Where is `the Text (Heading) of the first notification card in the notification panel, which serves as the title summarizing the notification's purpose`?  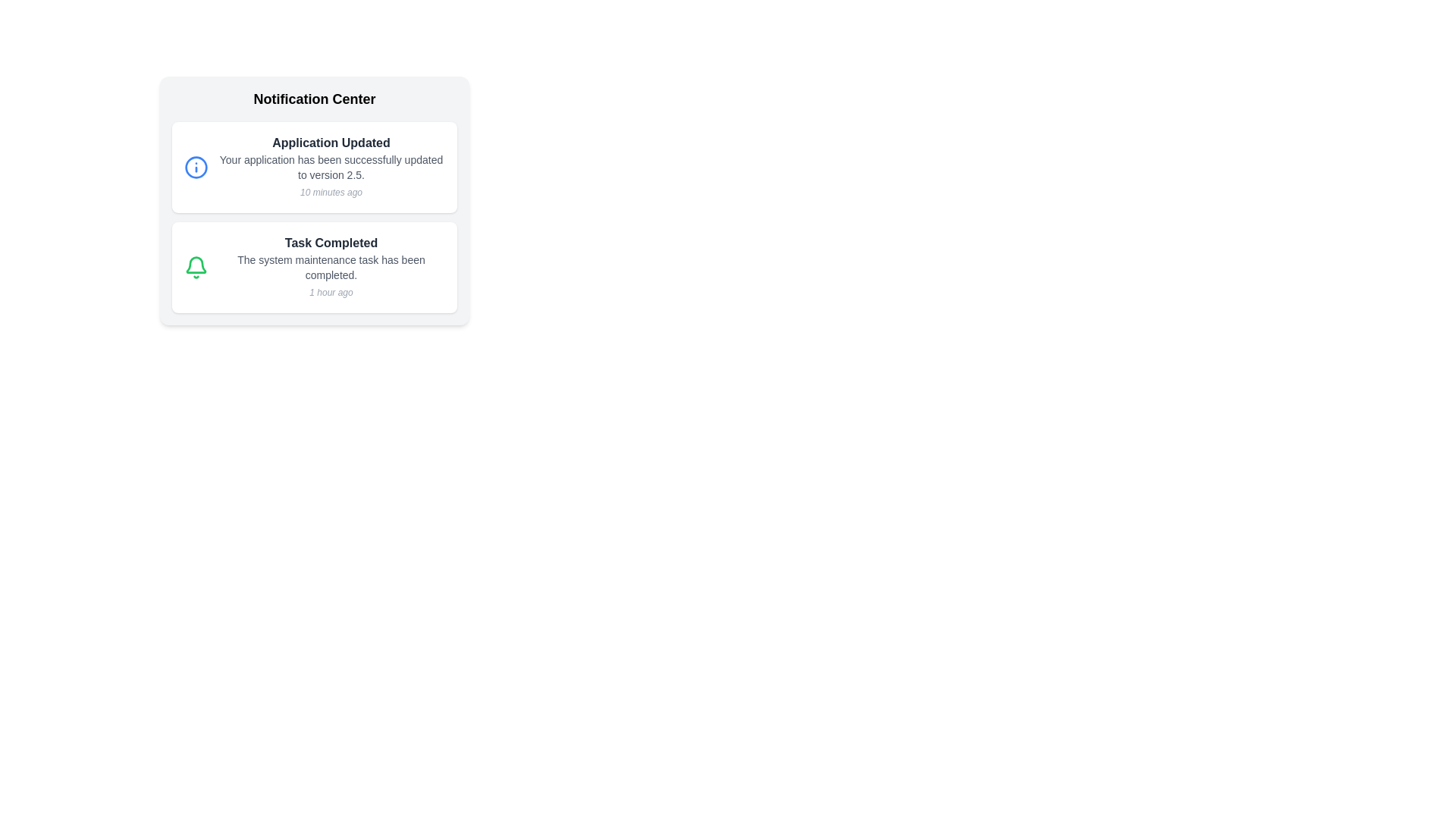 the Text (Heading) of the first notification card in the notification panel, which serves as the title summarizing the notification's purpose is located at coordinates (330, 143).